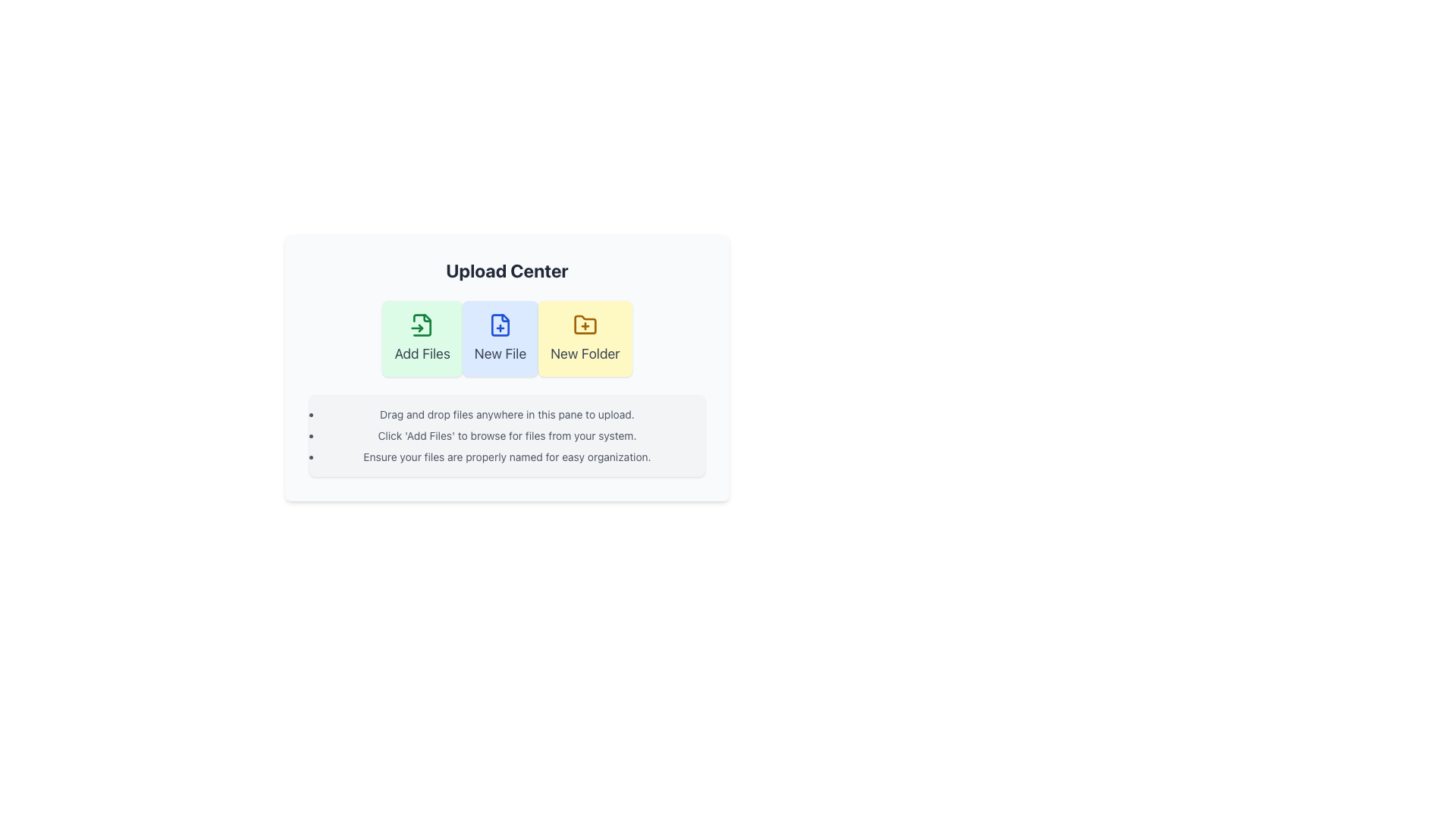 The image size is (1456, 819). What do you see at coordinates (500, 353) in the screenshot?
I see `the 'New File' text label located below the 'Upload Center' header, which describes the functionality of creating a new file` at bounding box center [500, 353].